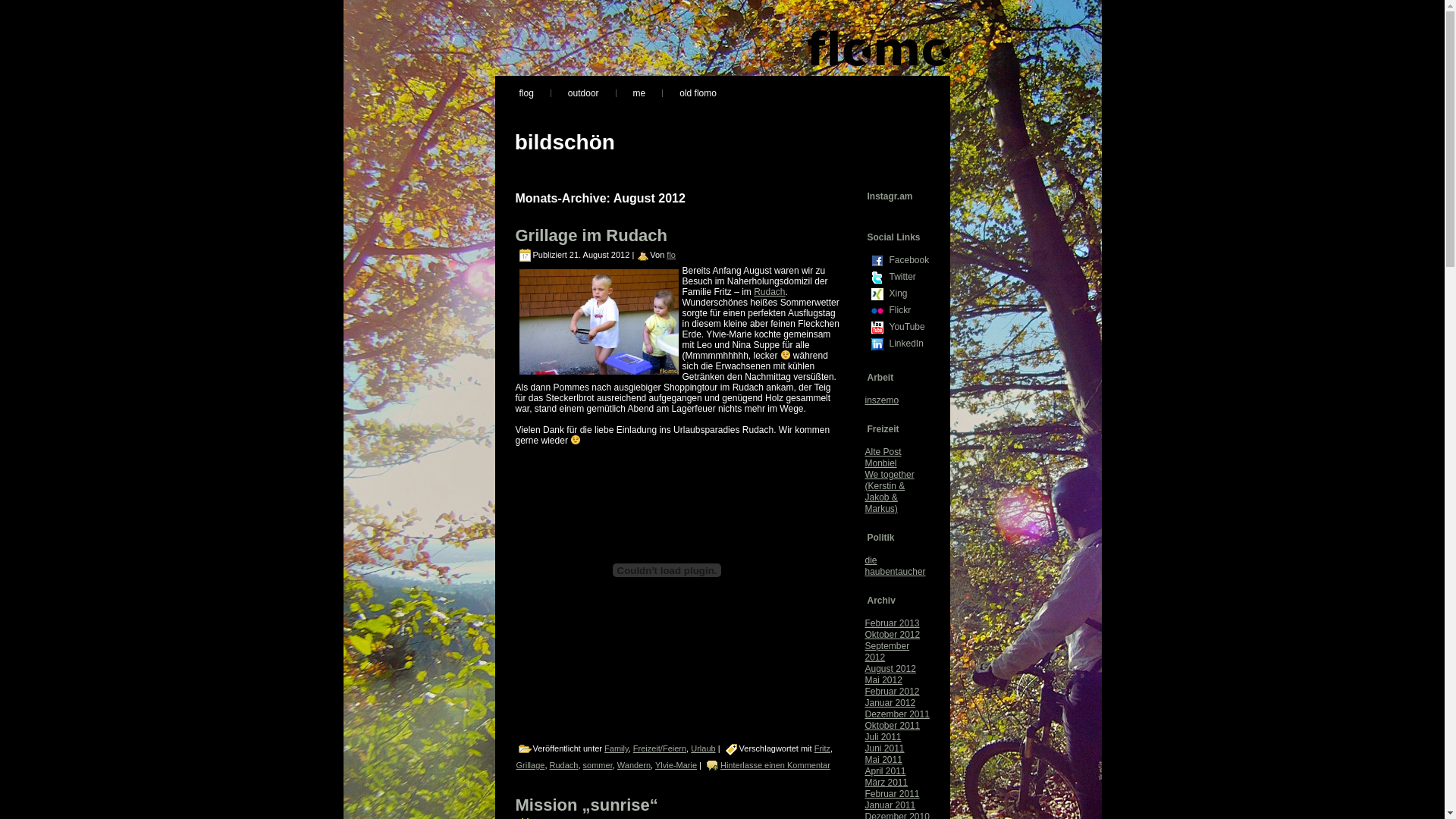 This screenshot has height=819, width=1456. Describe the element at coordinates (890, 668) in the screenshot. I see `'August 2012'` at that location.